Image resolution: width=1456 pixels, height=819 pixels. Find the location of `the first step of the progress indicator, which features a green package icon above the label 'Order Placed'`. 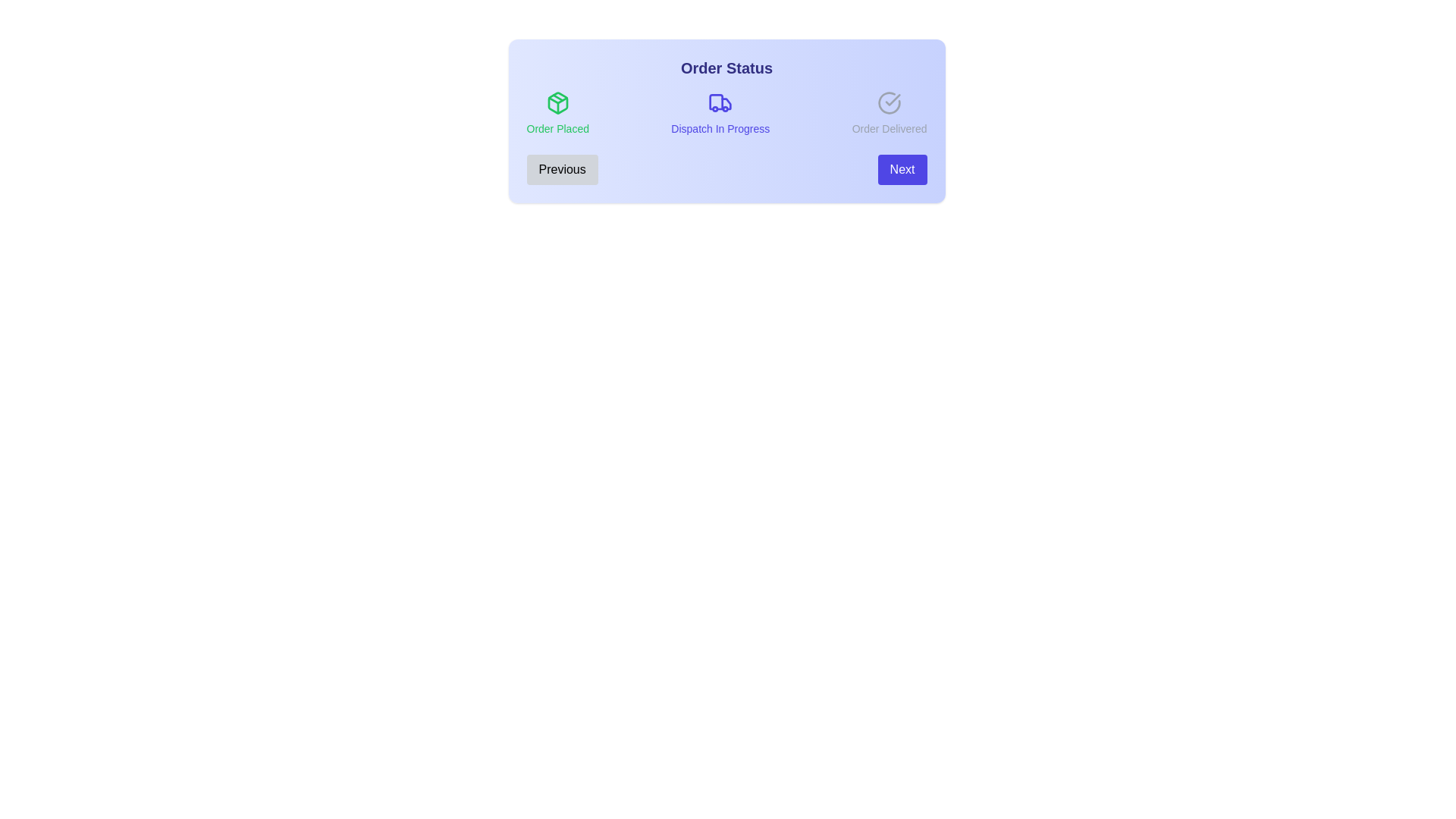

the first step of the progress indicator, which features a green package icon above the label 'Order Placed' is located at coordinates (557, 113).